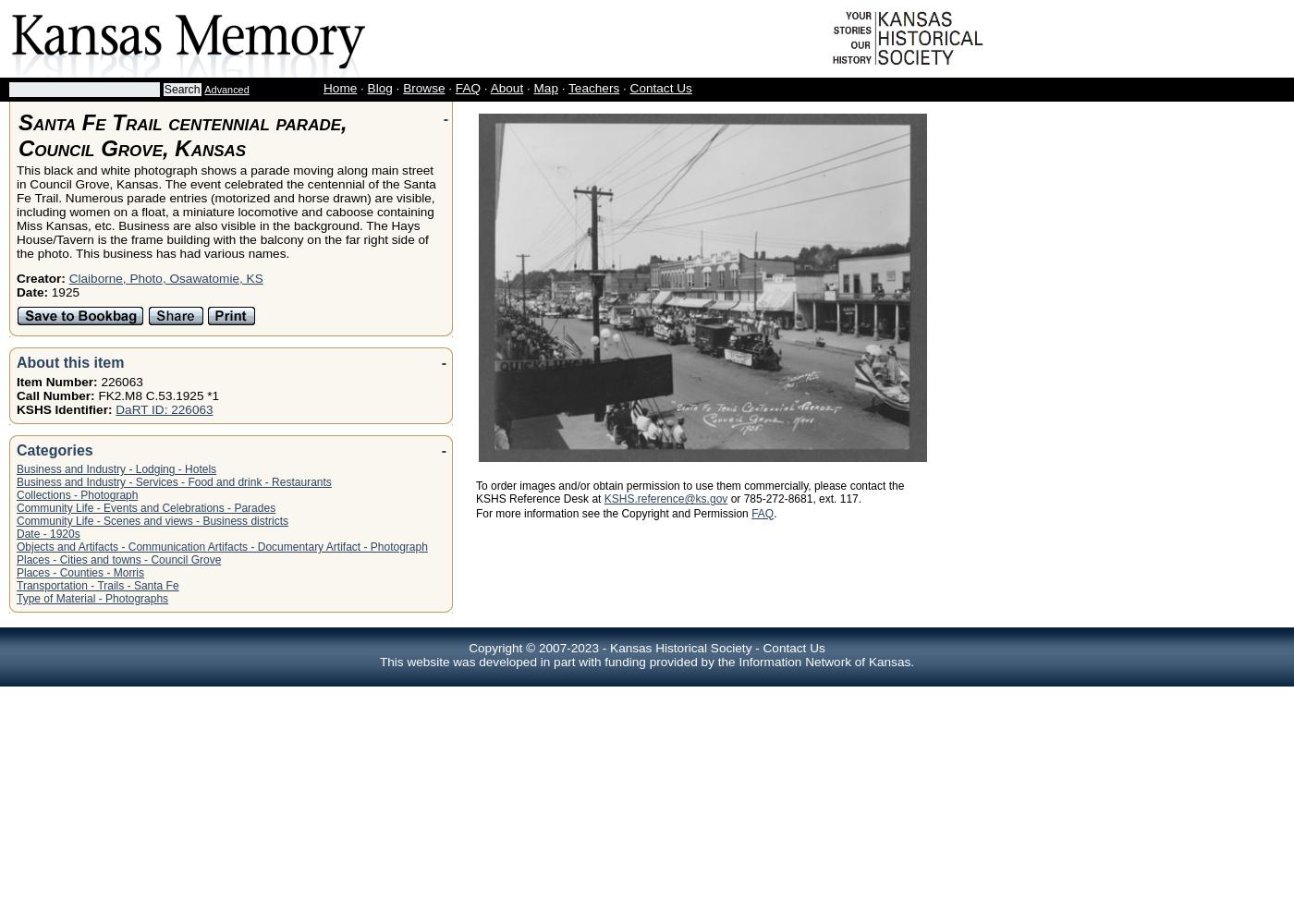  Describe the element at coordinates (757, 647) in the screenshot. I see `'-'` at that location.